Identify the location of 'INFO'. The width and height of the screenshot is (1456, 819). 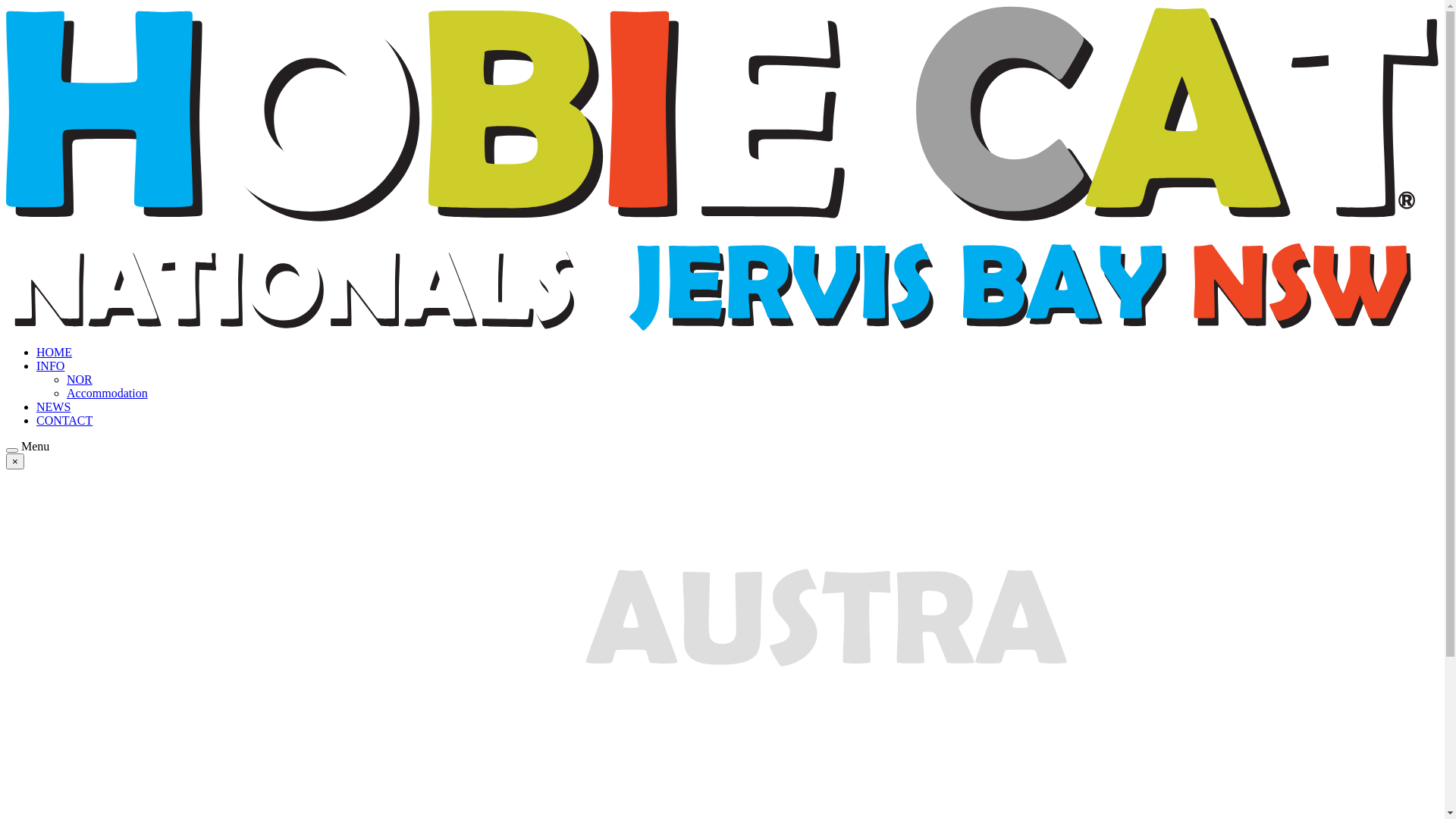
(36, 366).